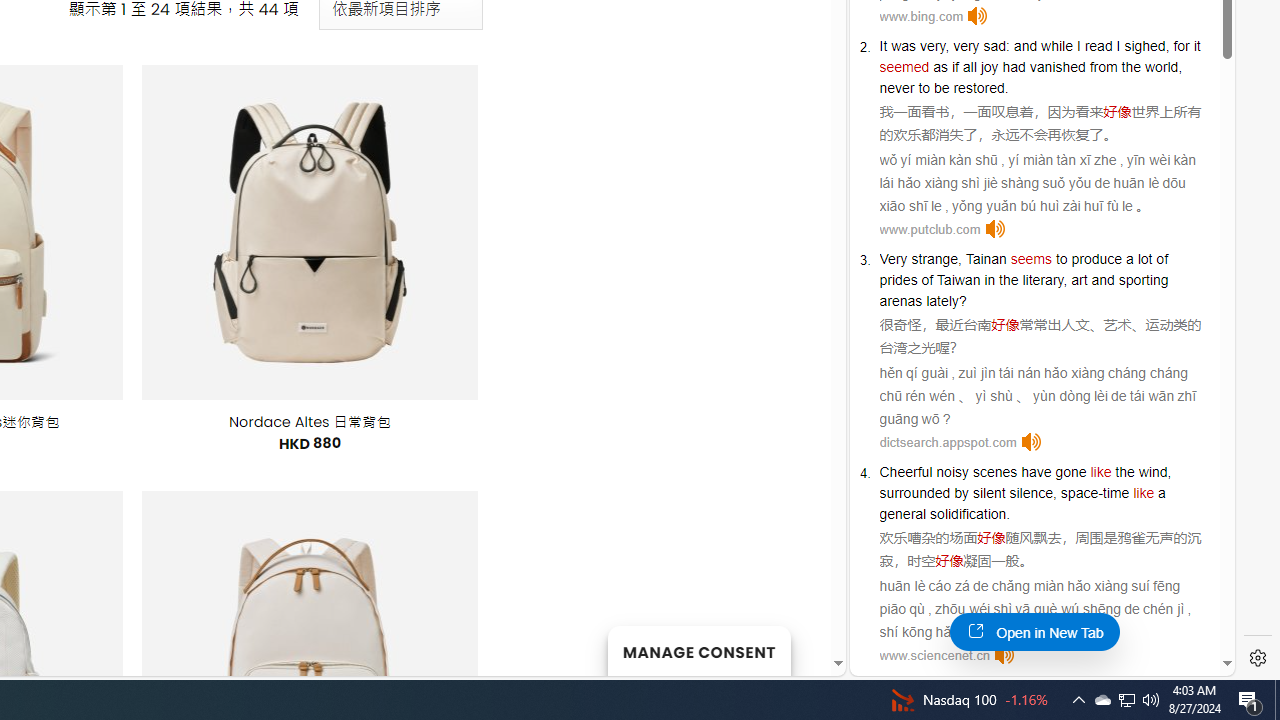 This screenshot has width=1280, height=720. What do you see at coordinates (1161, 65) in the screenshot?
I see `'world'` at bounding box center [1161, 65].